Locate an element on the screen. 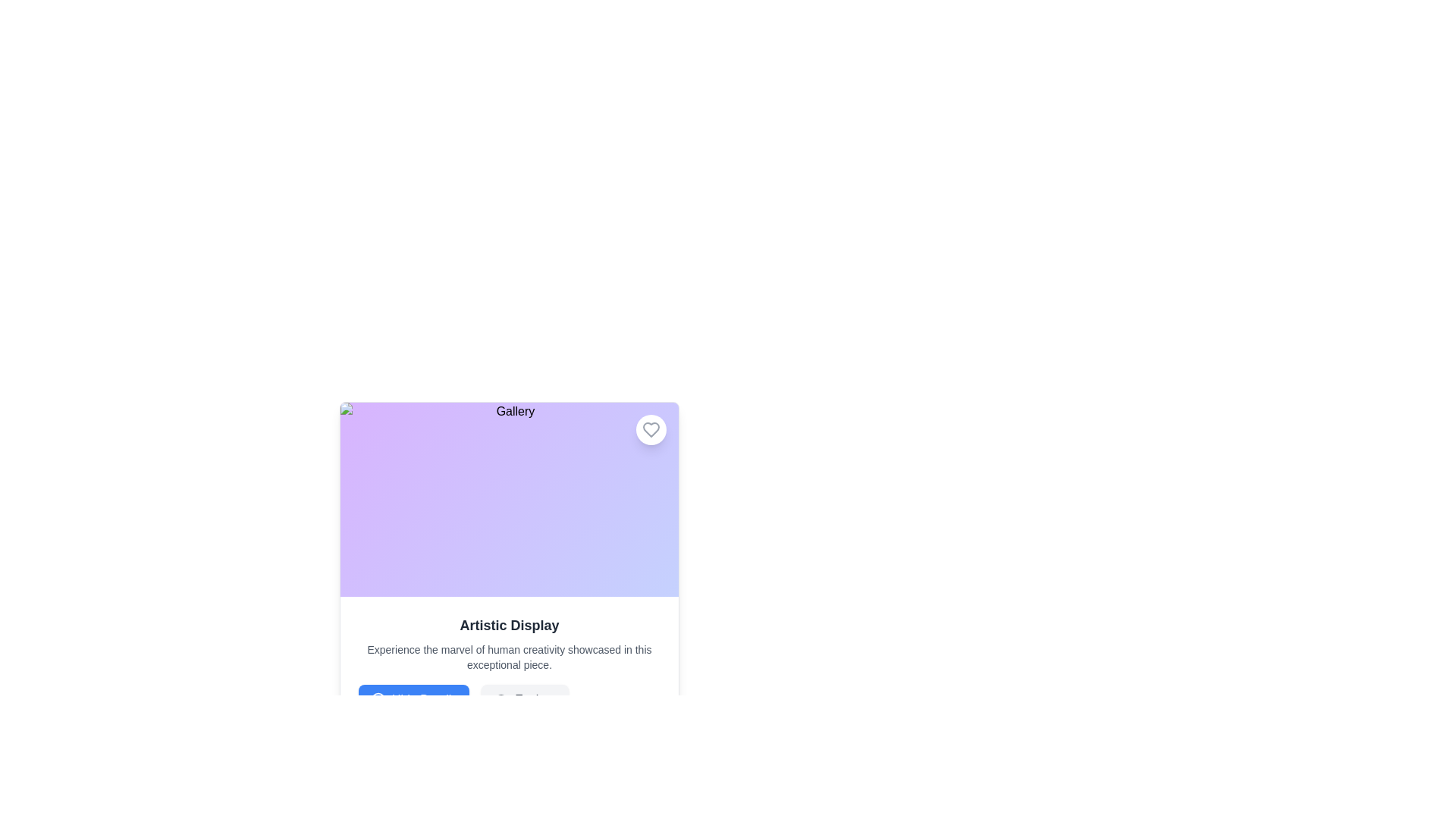  the static text displaying 'Experience the marvel of human creativity showcased in this exceptional piece', located below the title 'Artistic Display' in the card layout is located at coordinates (510, 657).